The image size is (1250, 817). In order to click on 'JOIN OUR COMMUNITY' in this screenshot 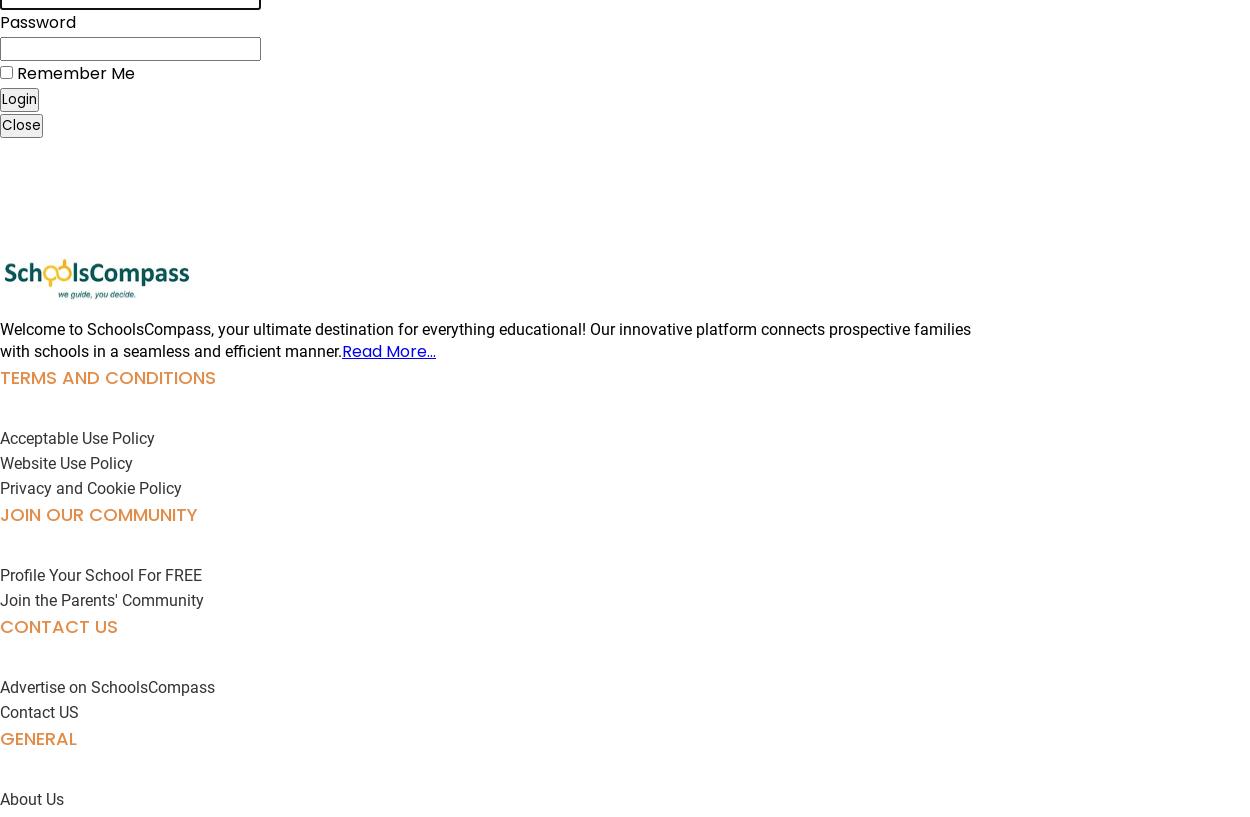, I will do `click(98, 513)`.